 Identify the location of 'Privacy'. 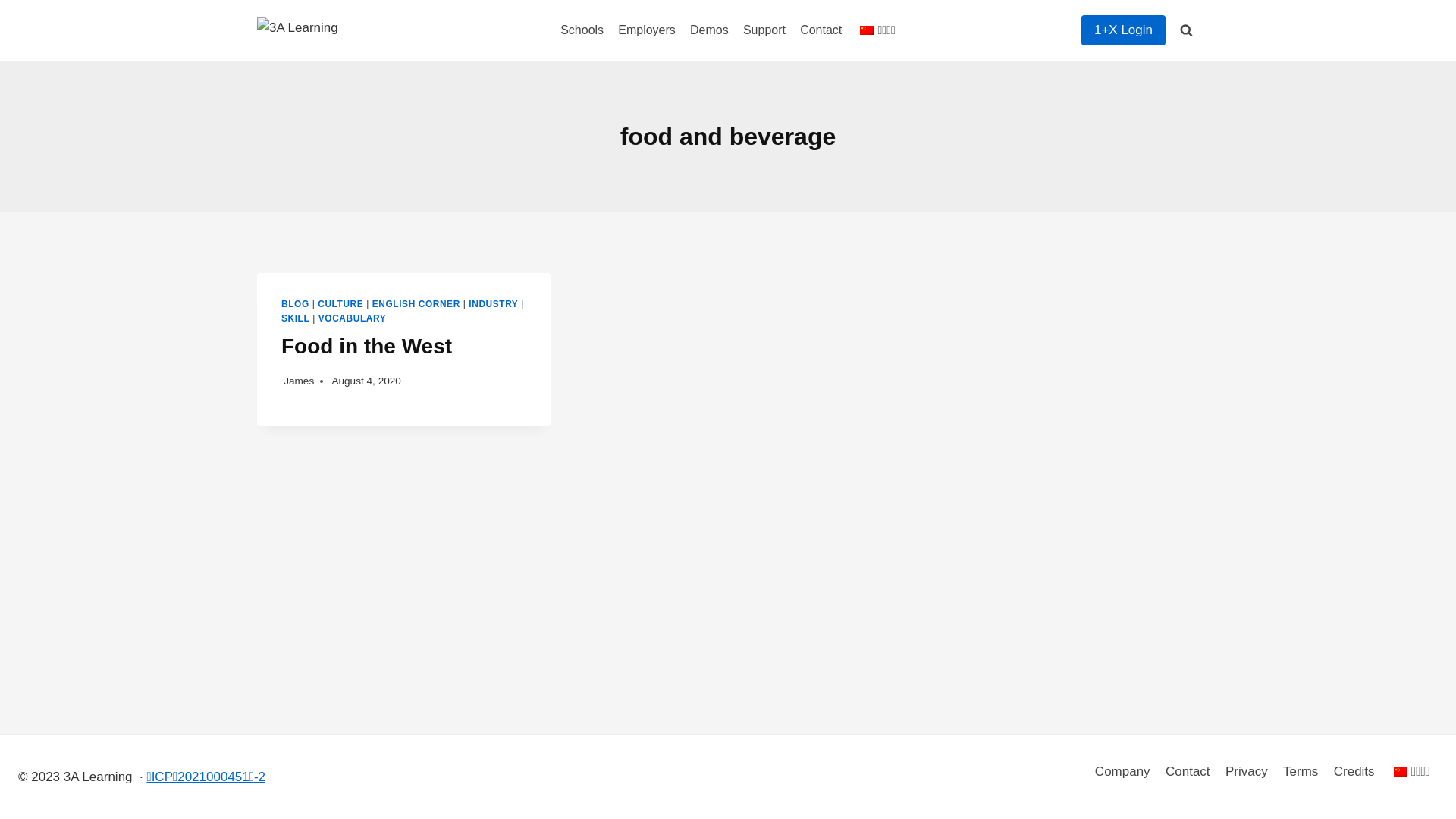
(1218, 771).